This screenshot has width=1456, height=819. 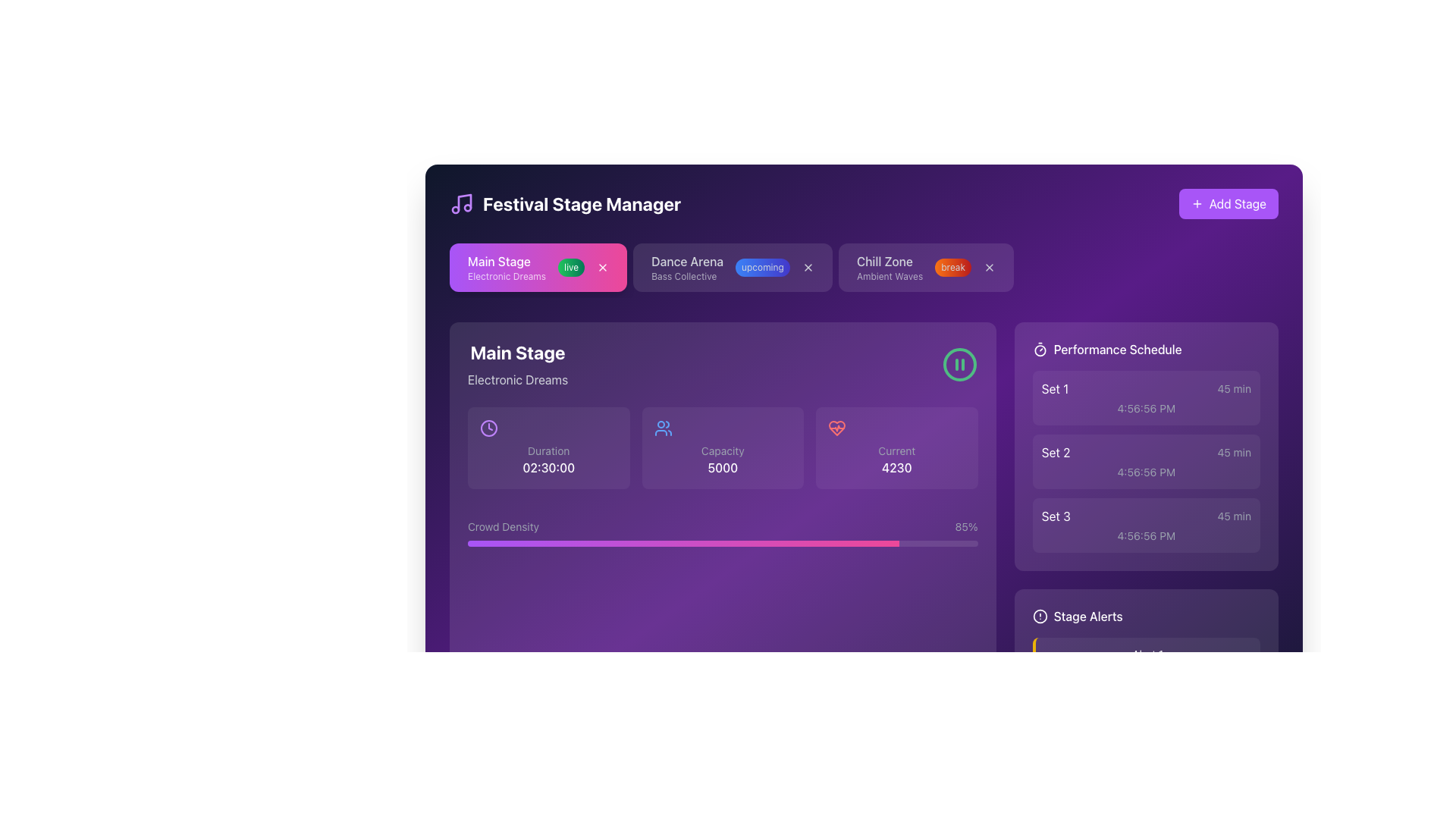 I want to click on the progress bar representing the crowd density for the 'Main Stage' section, located at the bottom of the 'Main Stage' card, so click(x=722, y=526).